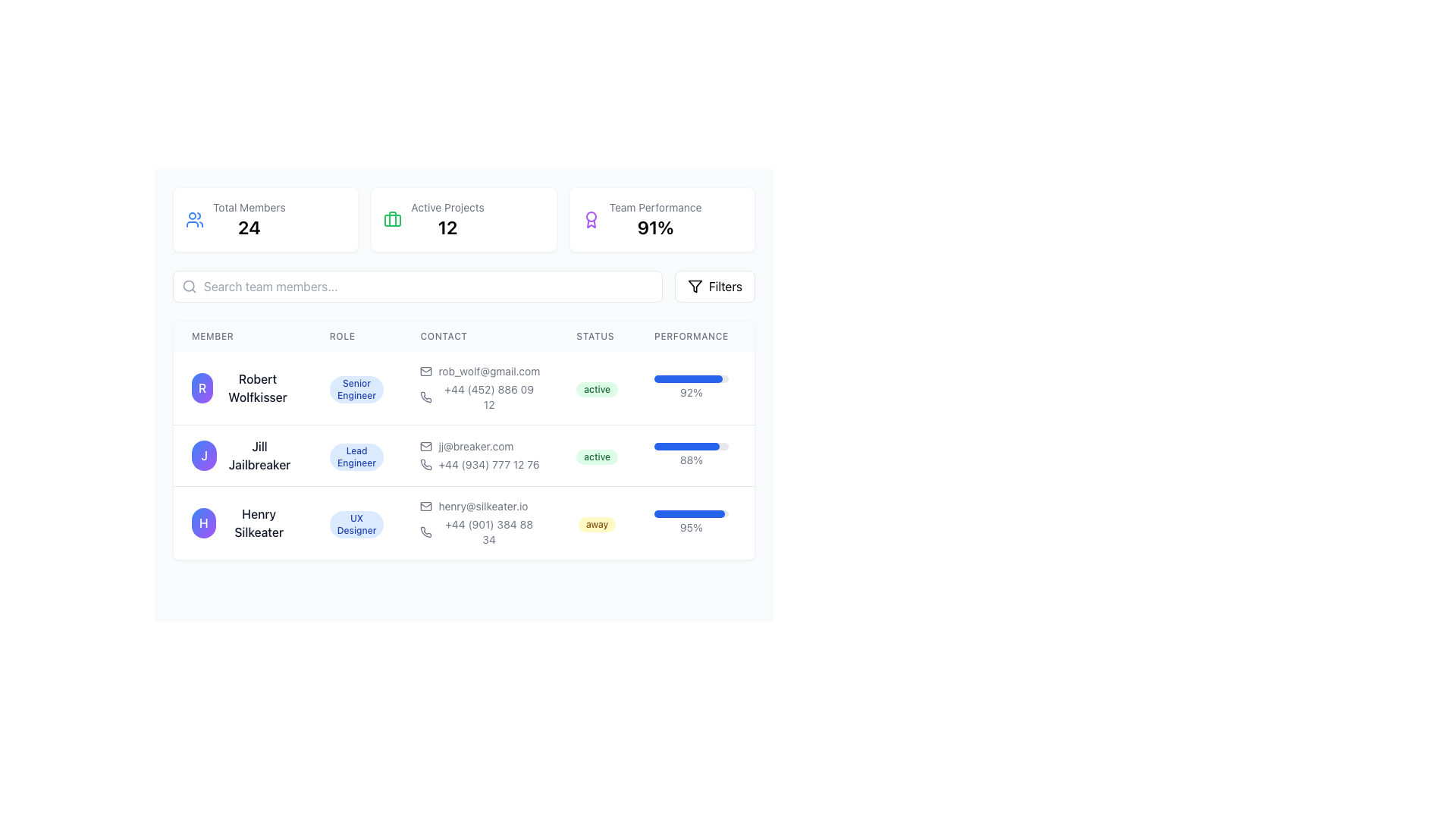  What do you see at coordinates (694, 287) in the screenshot?
I see `the filtering icon located within the 'Filters' button, which is positioned on the right side of the search bar at the top of the interface` at bounding box center [694, 287].